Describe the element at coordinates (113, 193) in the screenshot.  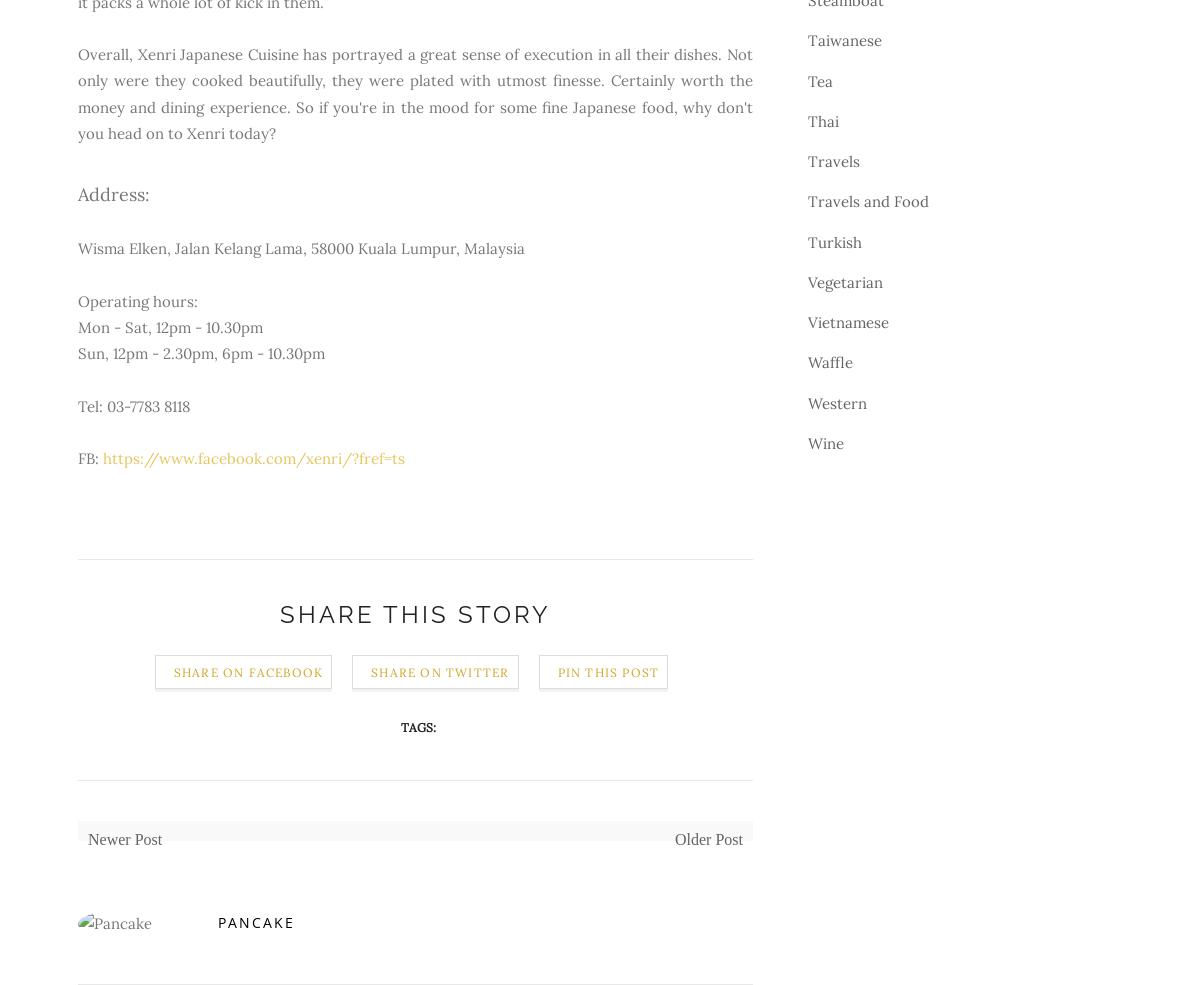
I see `'Address:'` at that location.